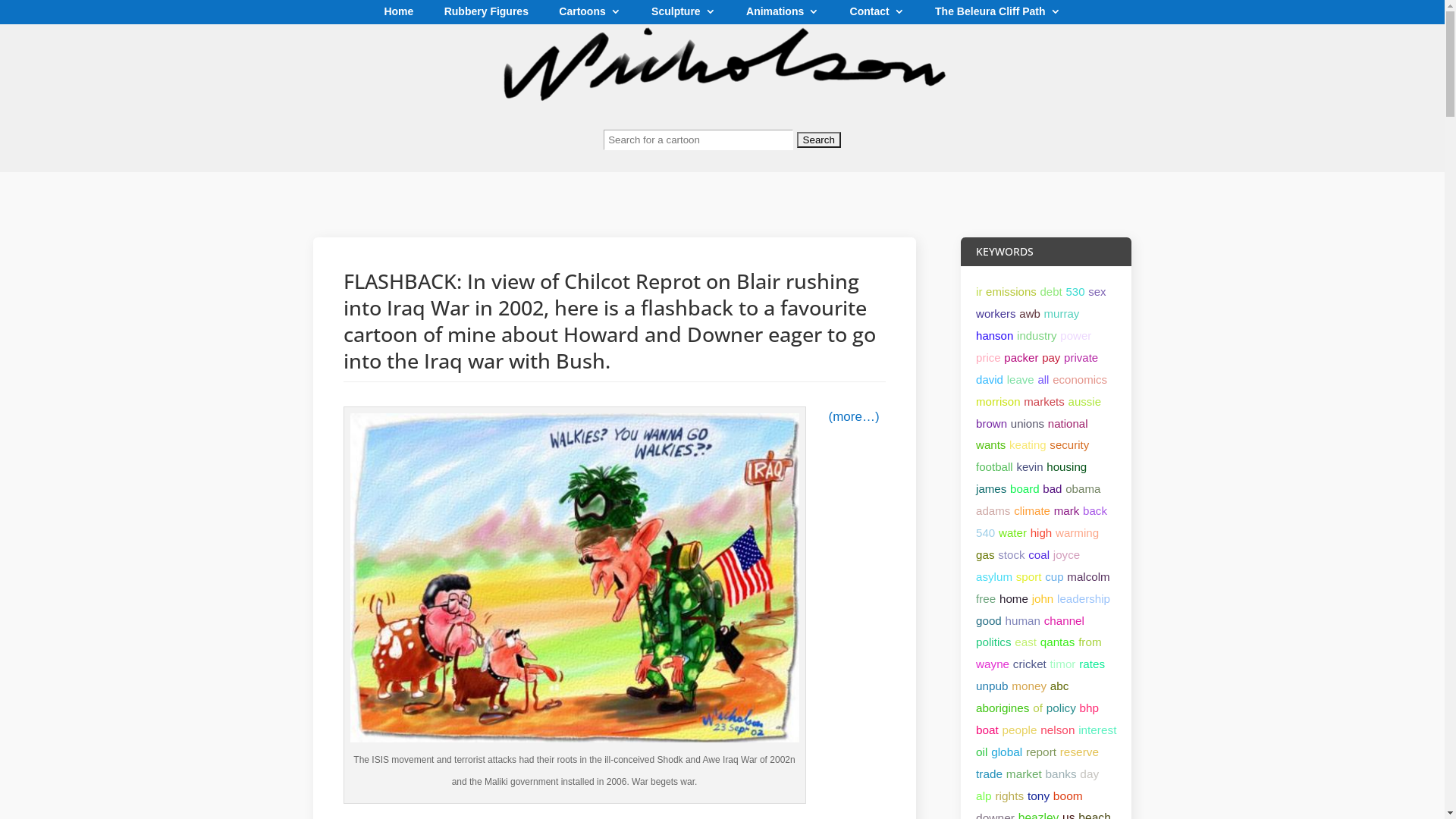  I want to click on 'market', so click(1024, 773).